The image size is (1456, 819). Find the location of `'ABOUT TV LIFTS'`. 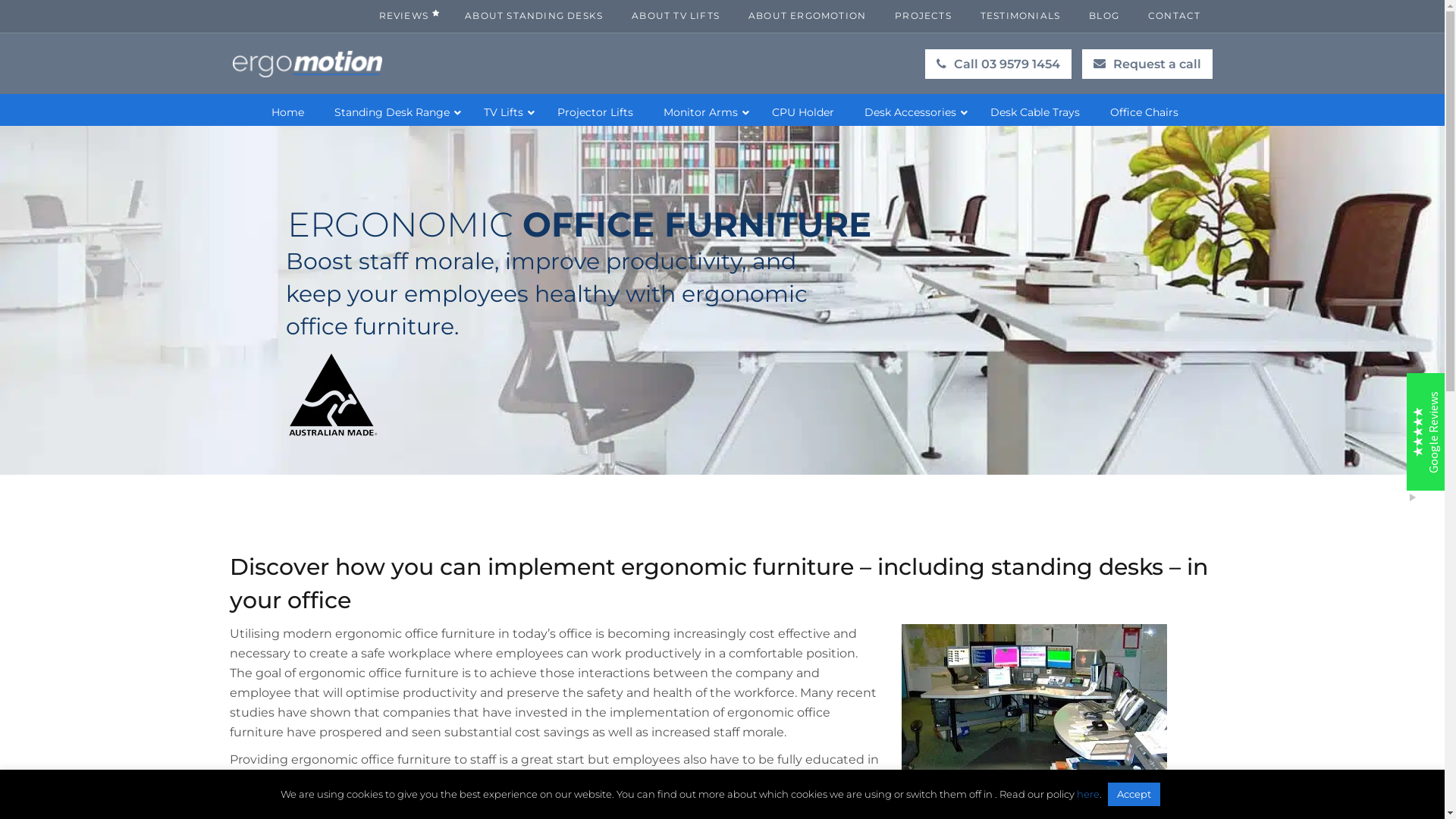

'ABOUT TV LIFTS' is located at coordinates (675, 15).